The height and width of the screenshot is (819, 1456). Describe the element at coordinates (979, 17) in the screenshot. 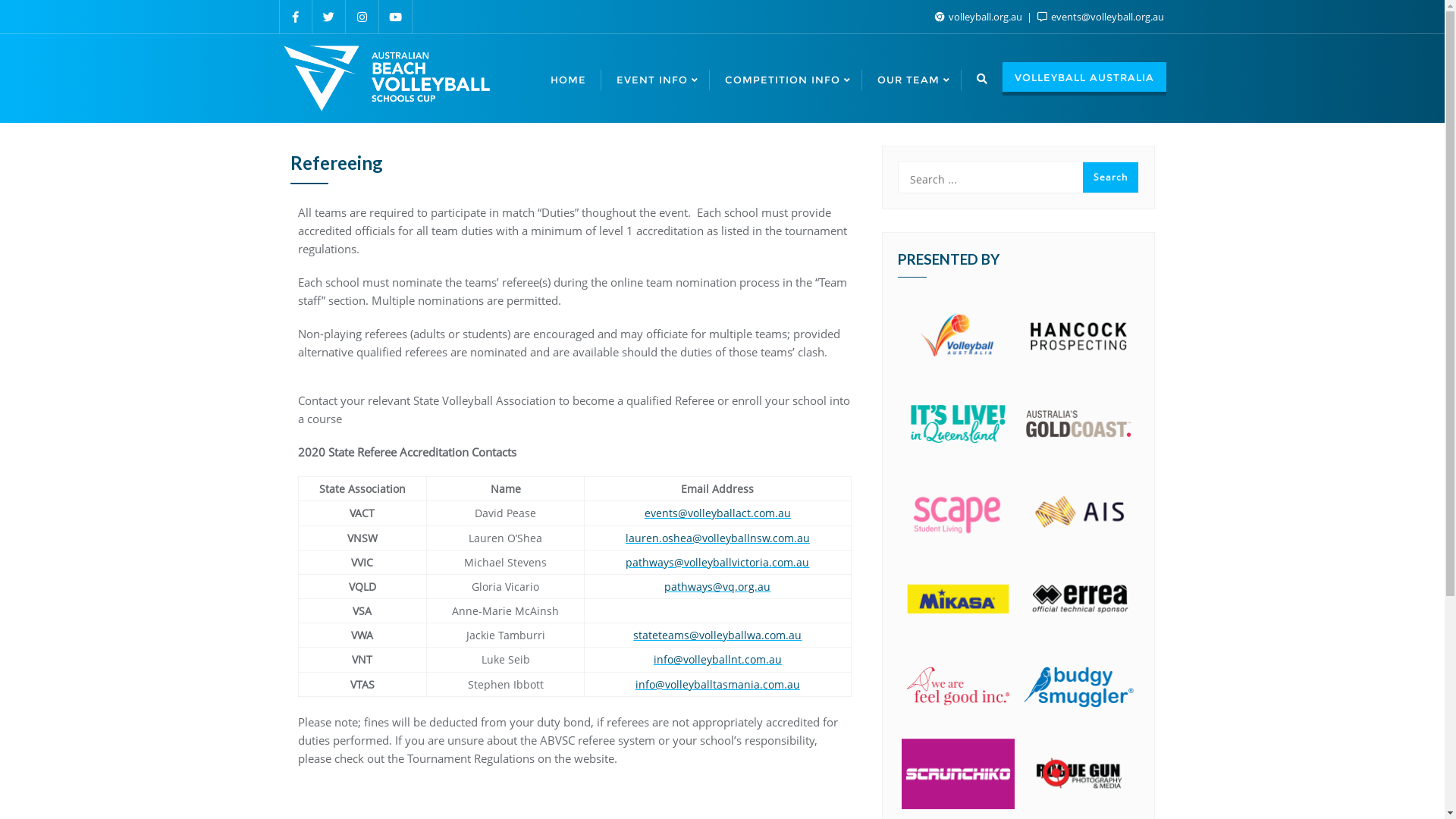

I see `'volleyball.org.au'` at that location.